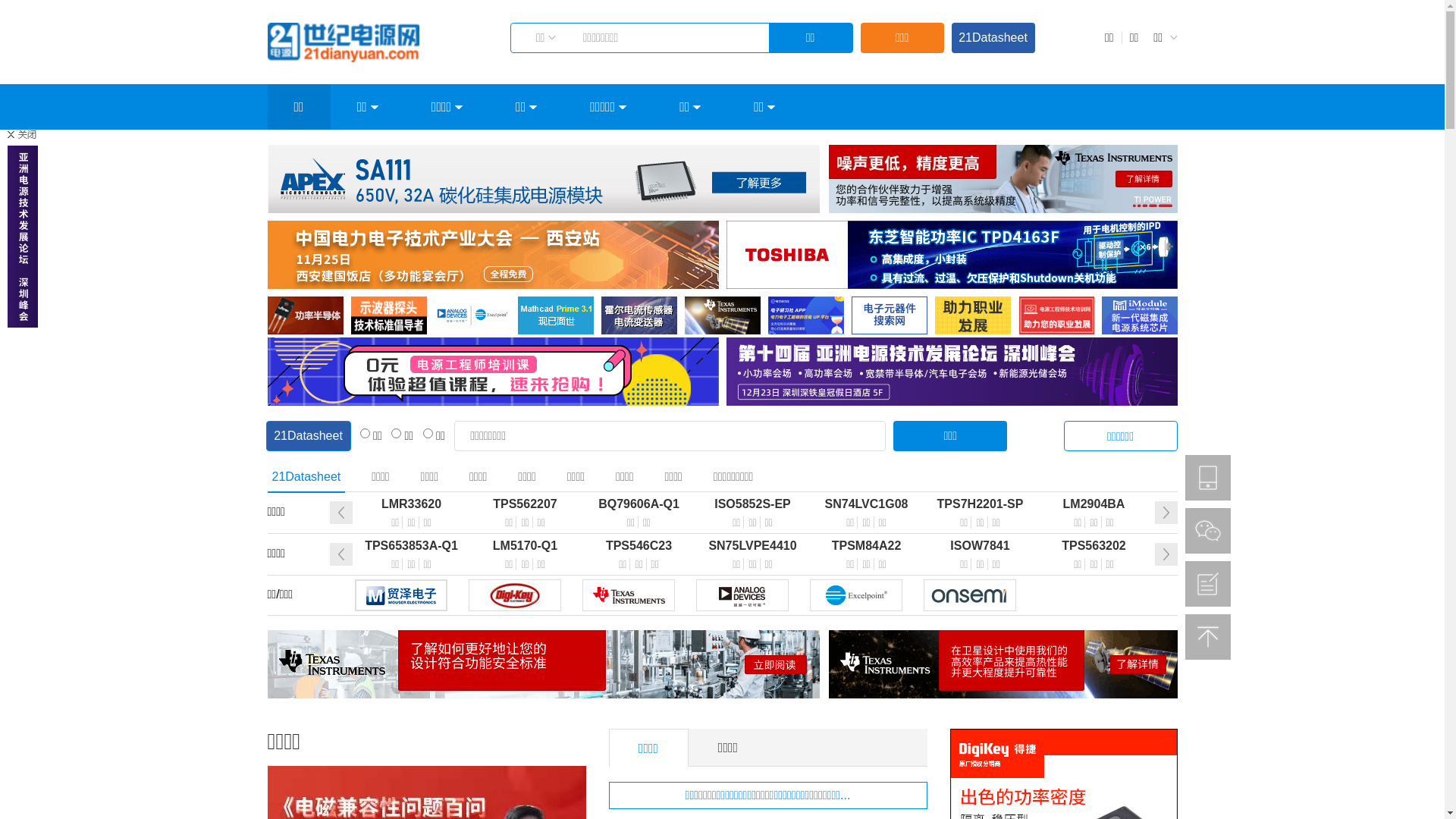  What do you see at coordinates (1094, 504) in the screenshot?
I see `'LM2904BA'` at bounding box center [1094, 504].